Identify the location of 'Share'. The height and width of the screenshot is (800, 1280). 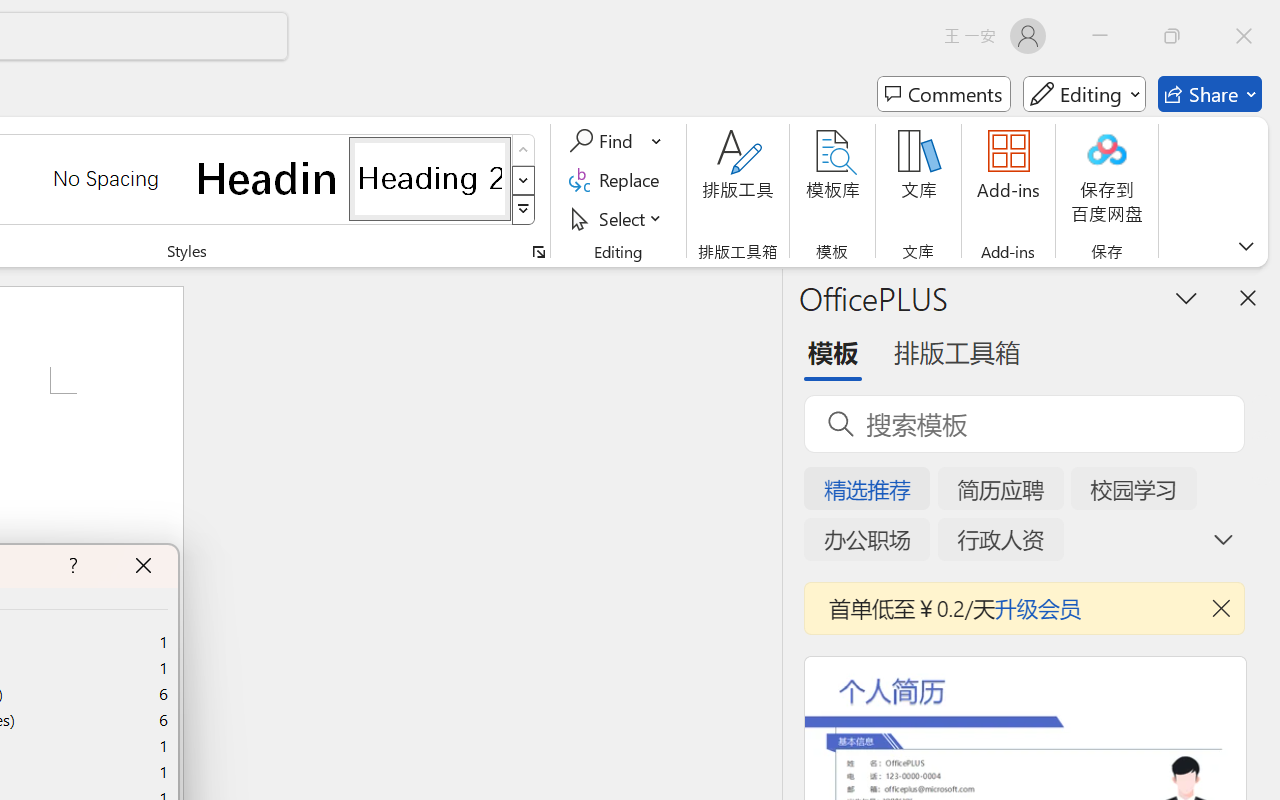
(1209, 94).